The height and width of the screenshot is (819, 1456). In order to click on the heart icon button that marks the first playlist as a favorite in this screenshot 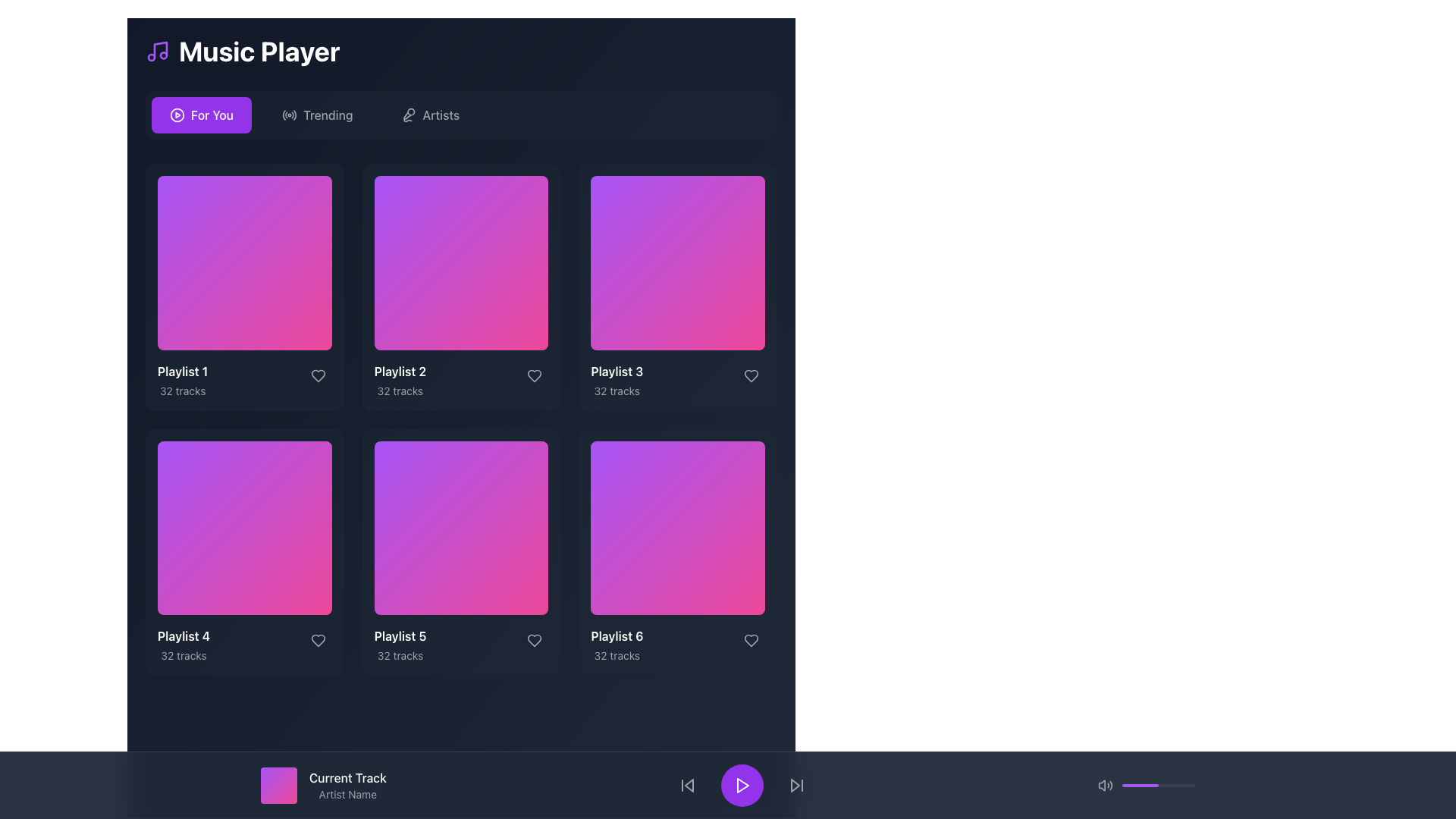, I will do `click(317, 375)`.